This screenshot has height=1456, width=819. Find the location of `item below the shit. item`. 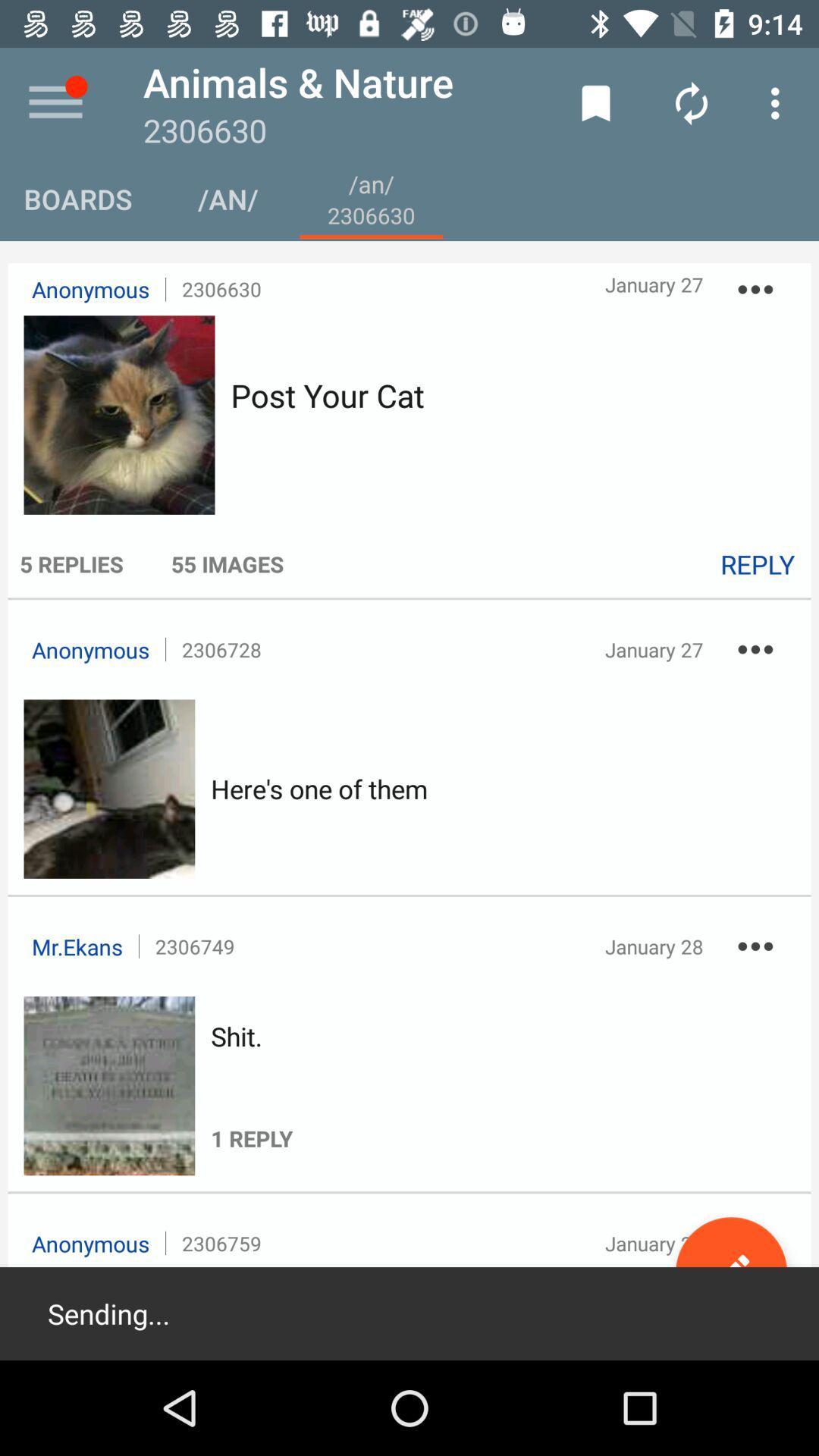

item below the shit. item is located at coordinates (251, 1103).